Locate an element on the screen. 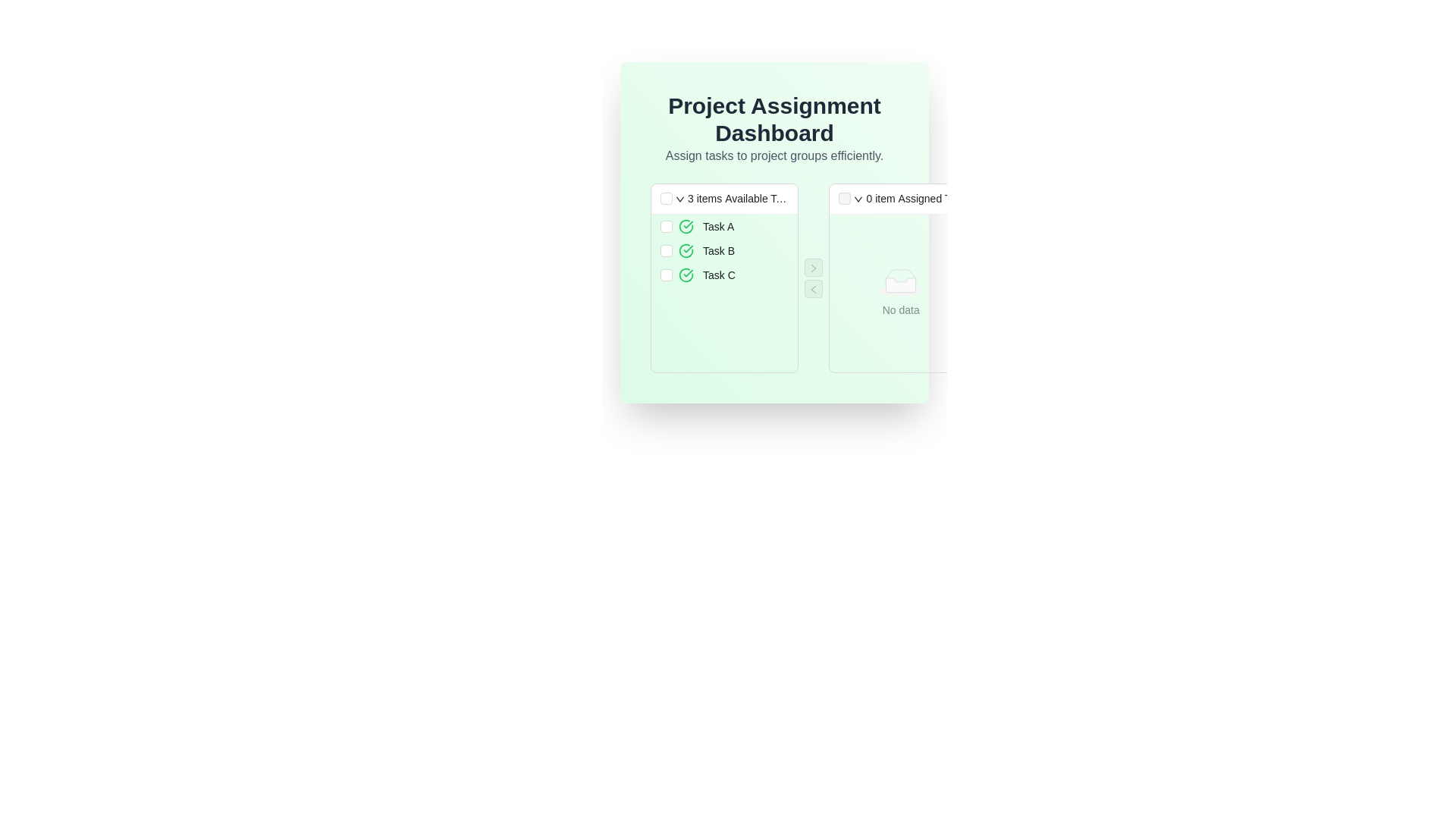 The width and height of the screenshot is (1456, 819). the text header labeled 'Project Assignment Dashboard', styled with bold, large font and dark gray color, which is positioned at the top of its section is located at coordinates (774, 119).